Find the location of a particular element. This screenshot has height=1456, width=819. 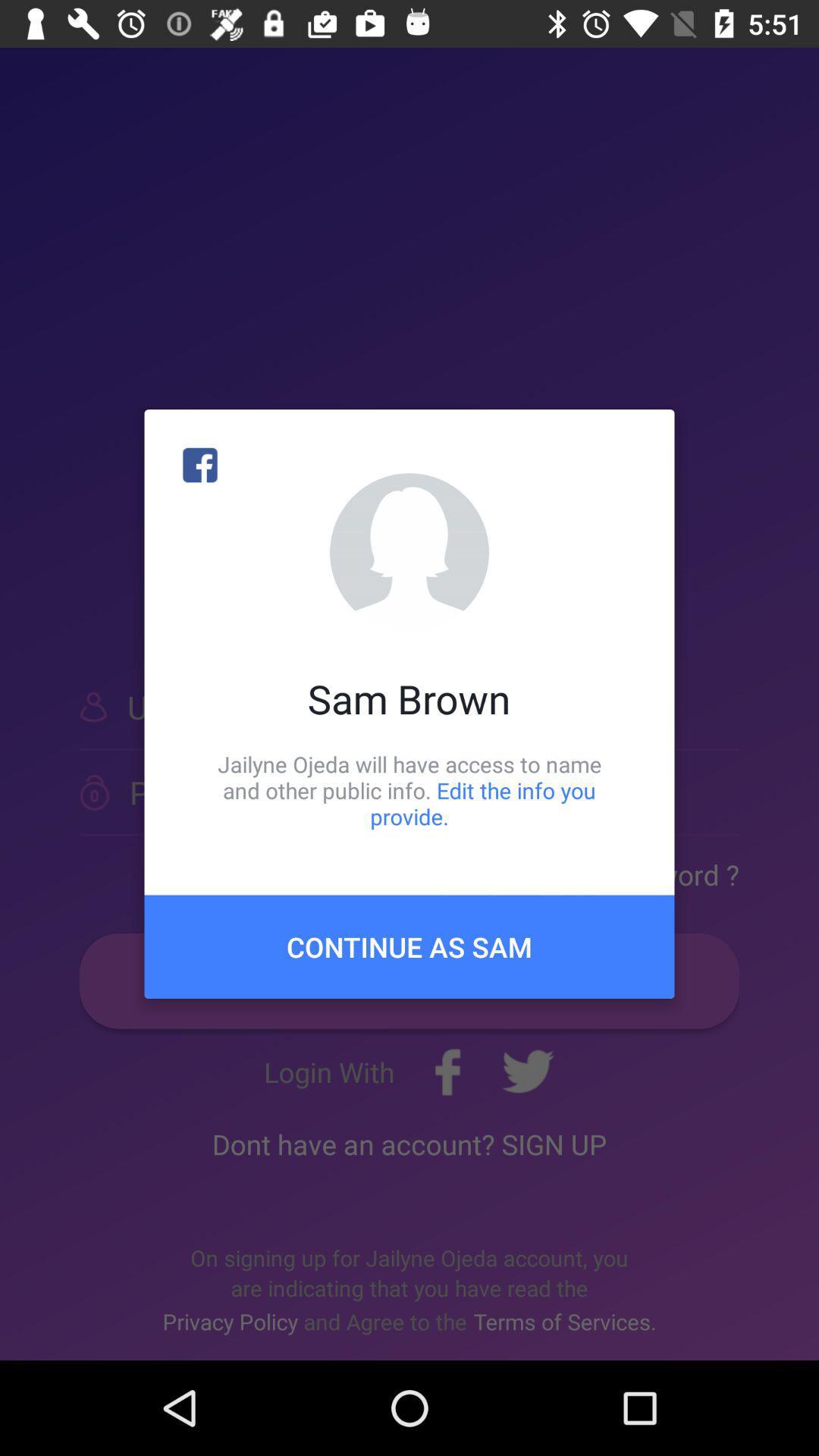

the item below sam brown item is located at coordinates (409, 789).